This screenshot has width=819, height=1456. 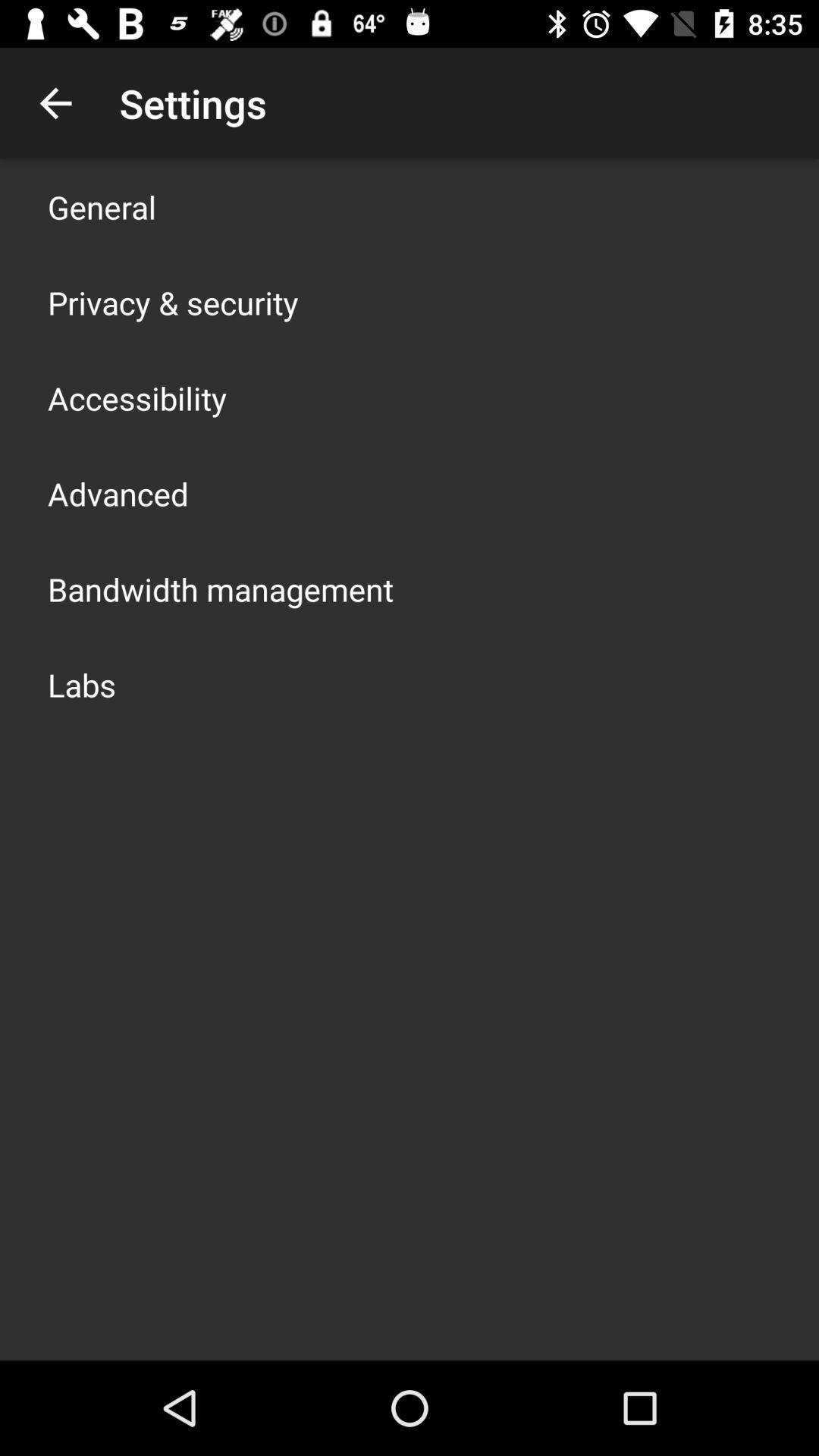 I want to click on the icon below the privacy & security app, so click(x=137, y=397).